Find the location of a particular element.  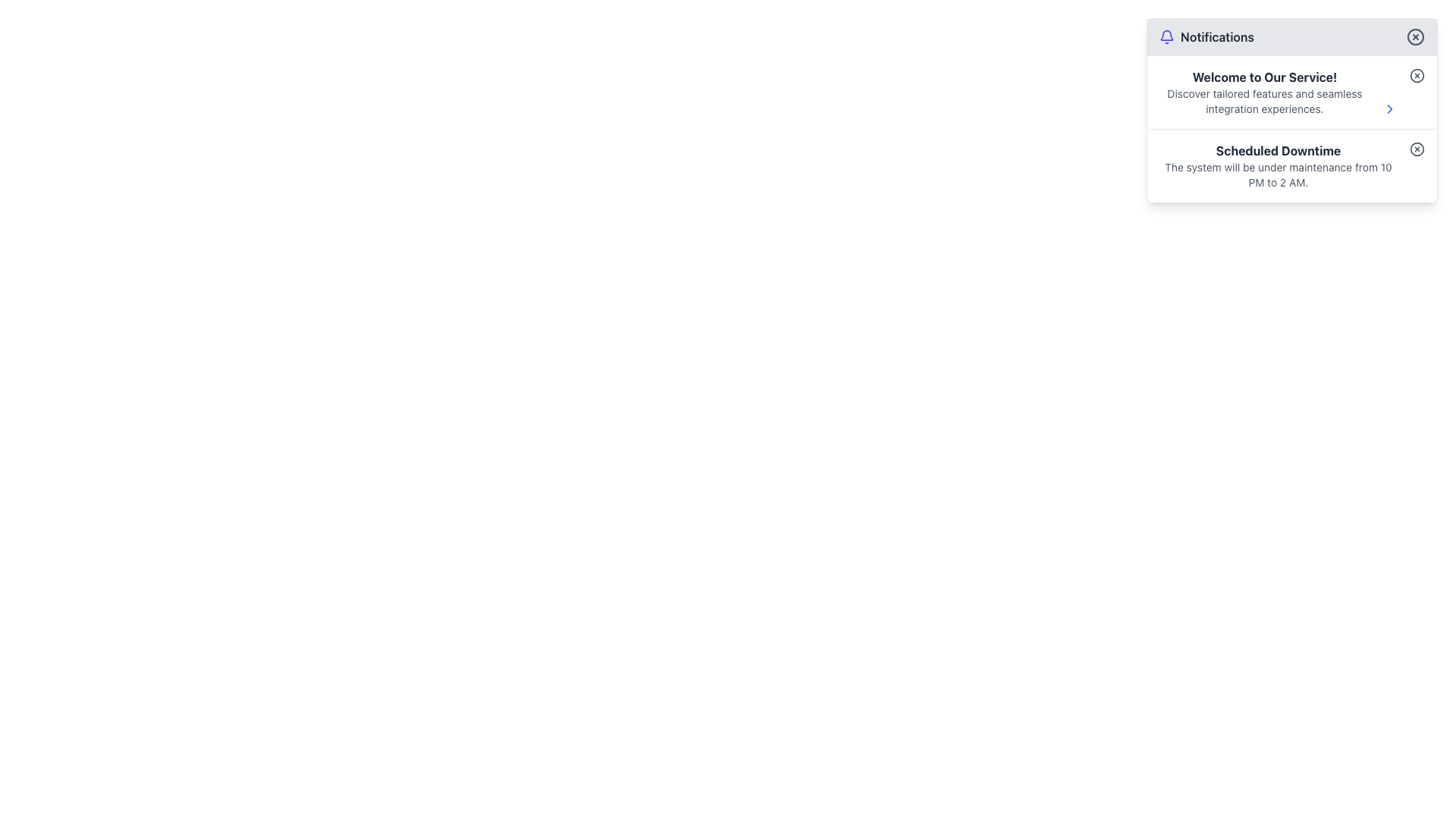

the chevron icon located in the top section of the notification panel, immediately following the text 'Discover tailored features and seamless integration experiences,' is located at coordinates (1390, 108).